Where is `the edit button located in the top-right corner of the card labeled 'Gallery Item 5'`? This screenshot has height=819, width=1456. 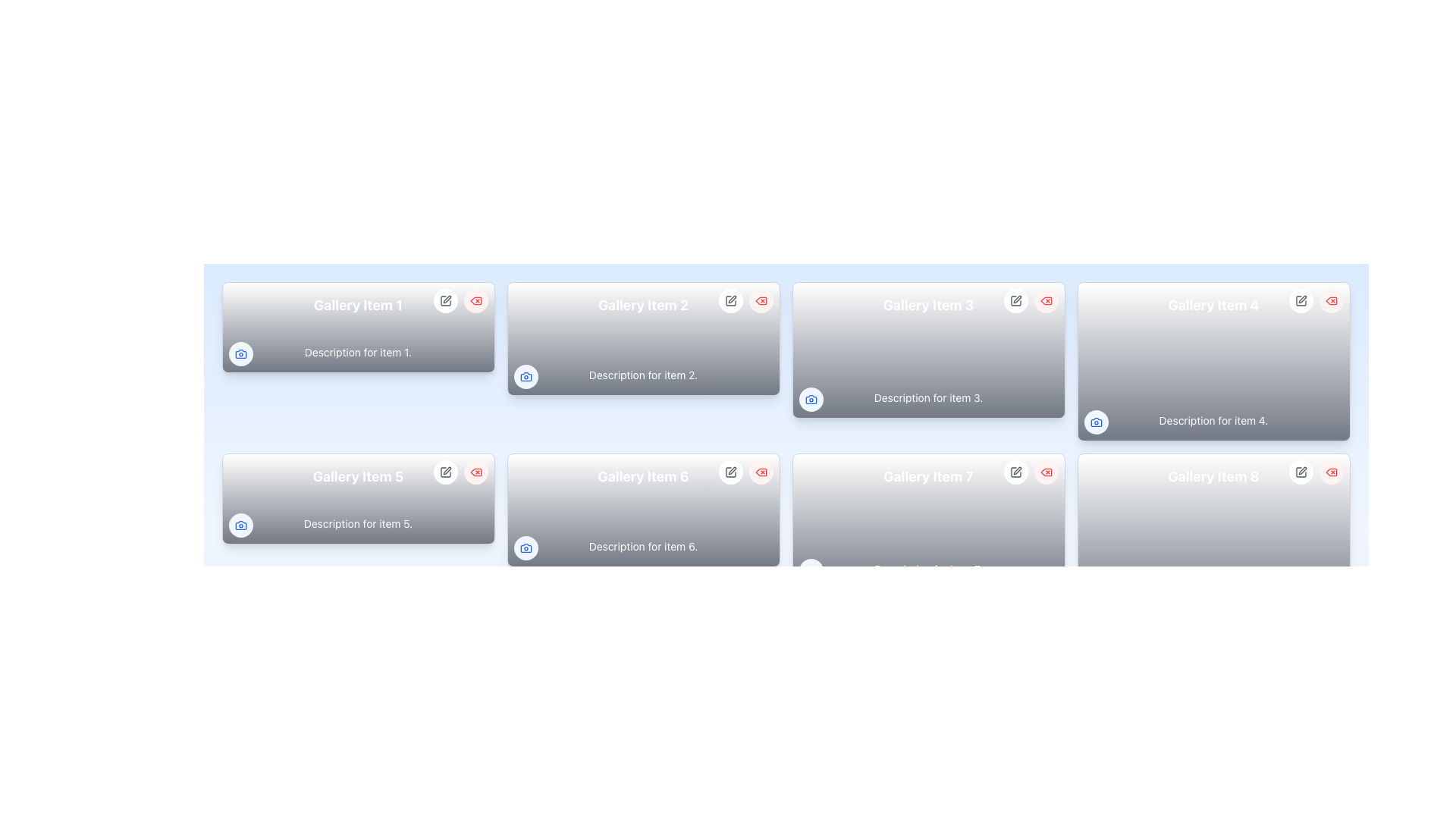
the edit button located in the top-right corner of the card labeled 'Gallery Item 5' is located at coordinates (444, 472).